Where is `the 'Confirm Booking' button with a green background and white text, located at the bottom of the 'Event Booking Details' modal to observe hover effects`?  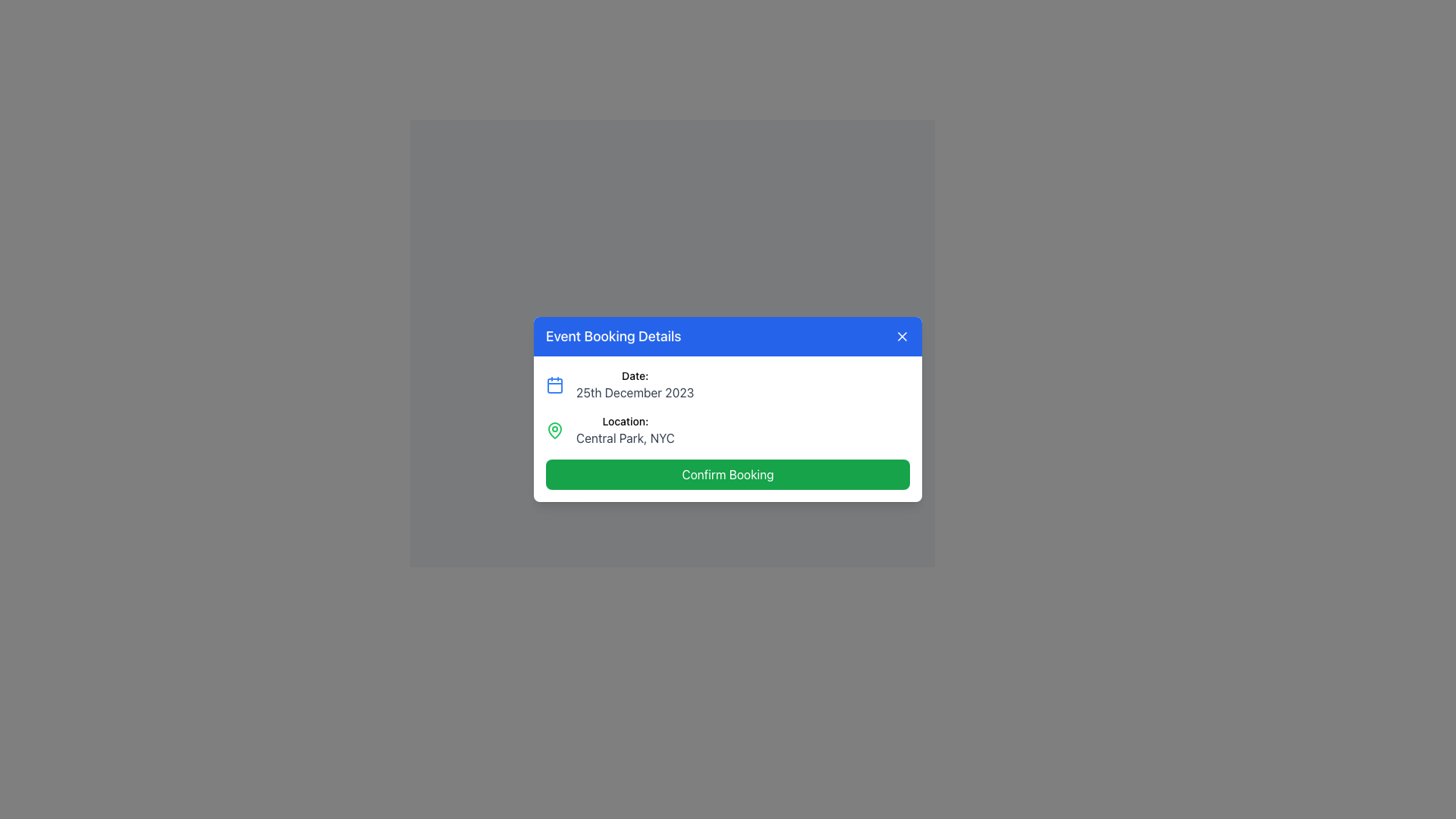 the 'Confirm Booking' button with a green background and white text, located at the bottom of the 'Event Booking Details' modal to observe hover effects is located at coordinates (728, 473).